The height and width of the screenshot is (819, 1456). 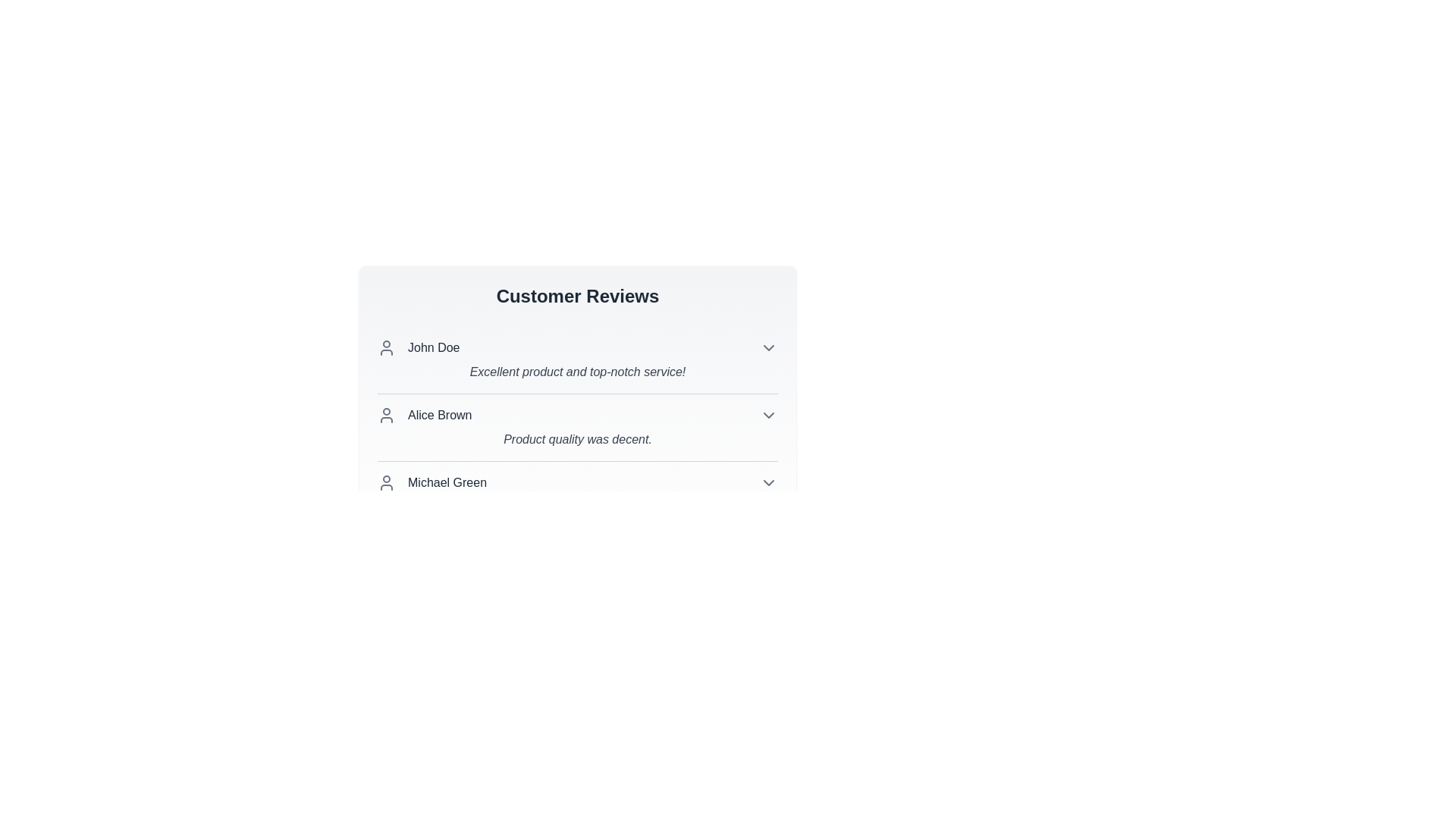 I want to click on the user icon for Alice Brown to reveal additional actions, so click(x=386, y=415).